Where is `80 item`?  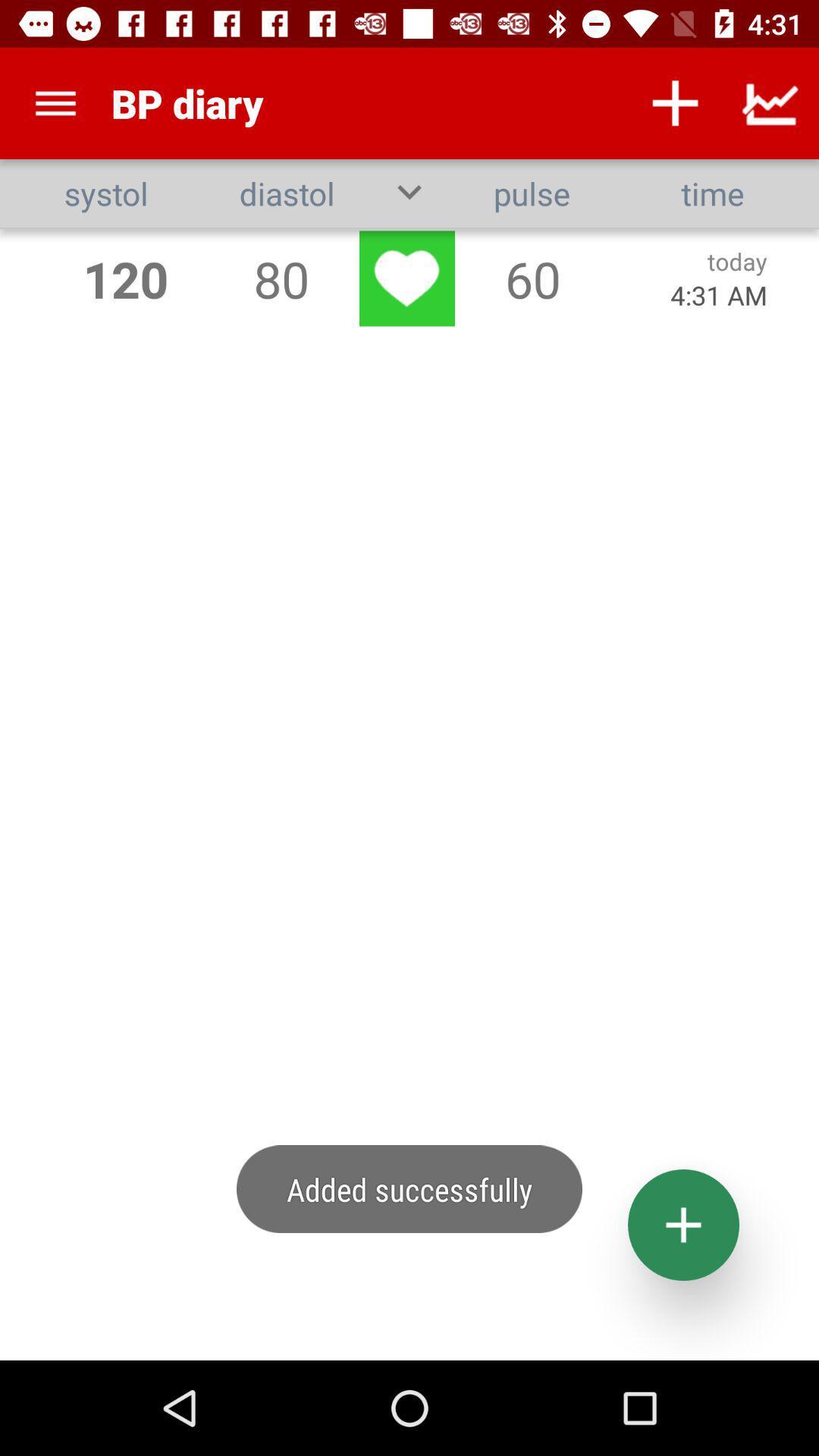 80 item is located at coordinates (281, 278).